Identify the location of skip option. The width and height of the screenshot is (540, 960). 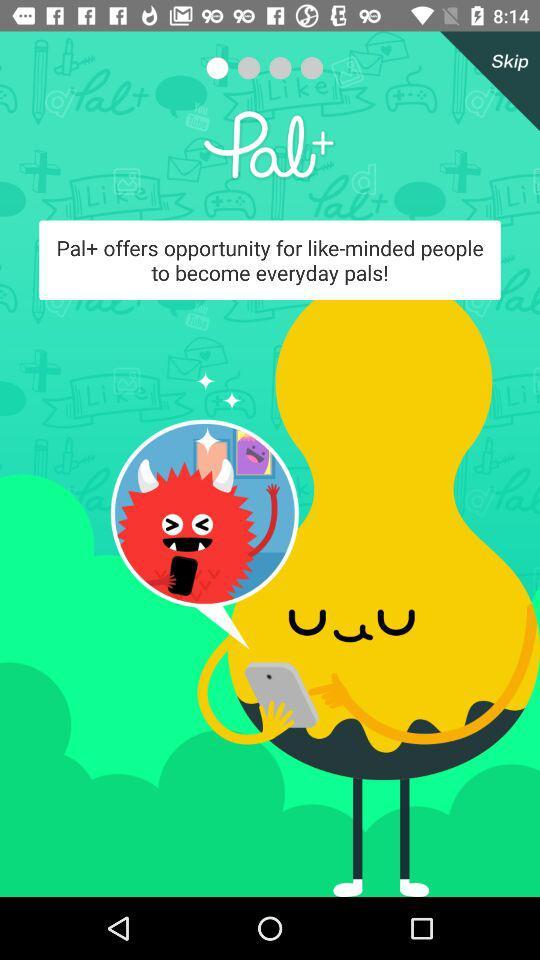
(485, 81).